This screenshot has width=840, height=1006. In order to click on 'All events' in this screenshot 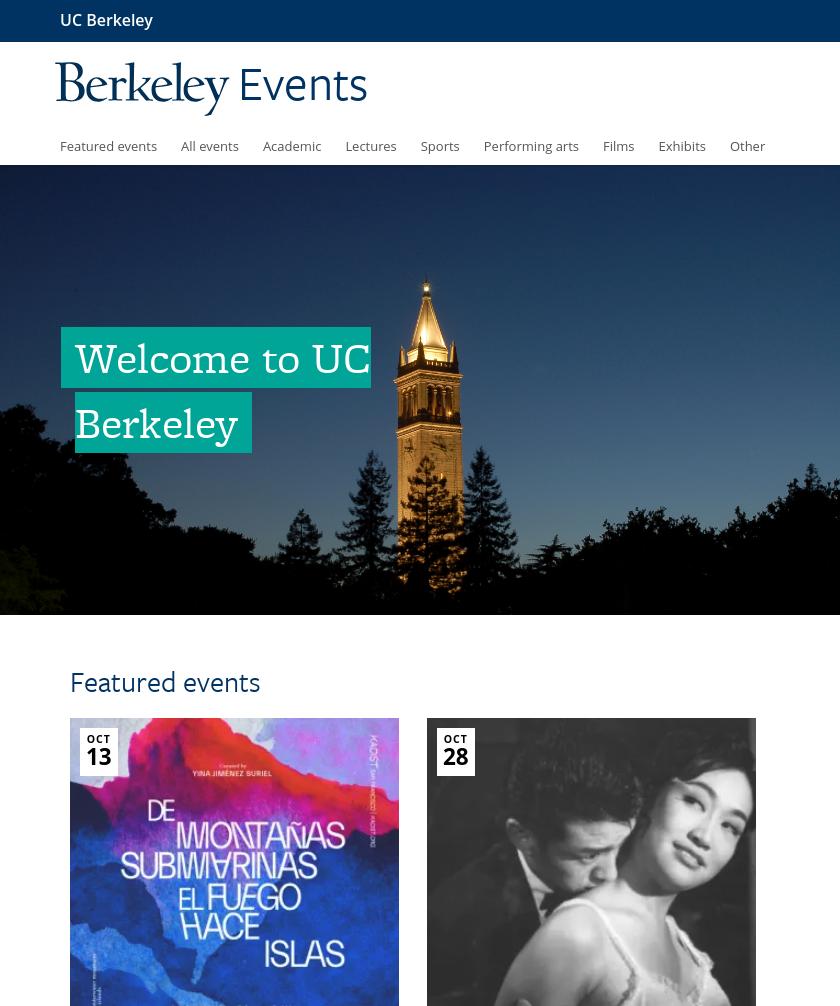, I will do `click(209, 144)`.